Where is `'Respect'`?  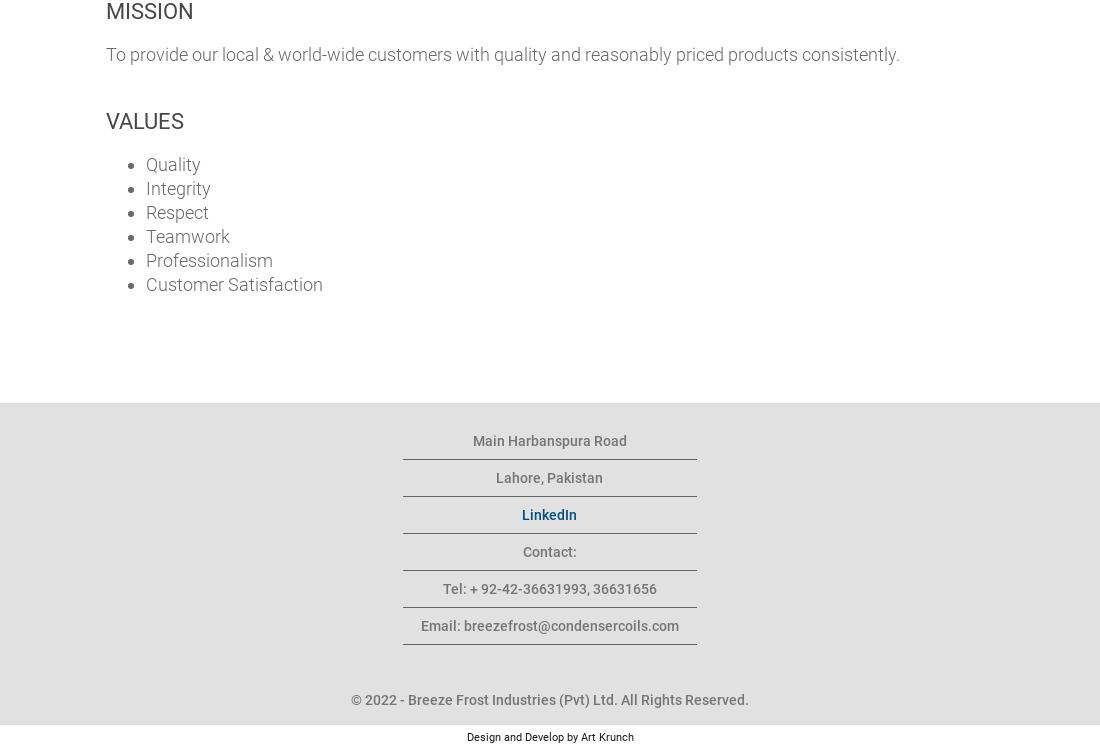 'Respect' is located at coordinates (176, 211).